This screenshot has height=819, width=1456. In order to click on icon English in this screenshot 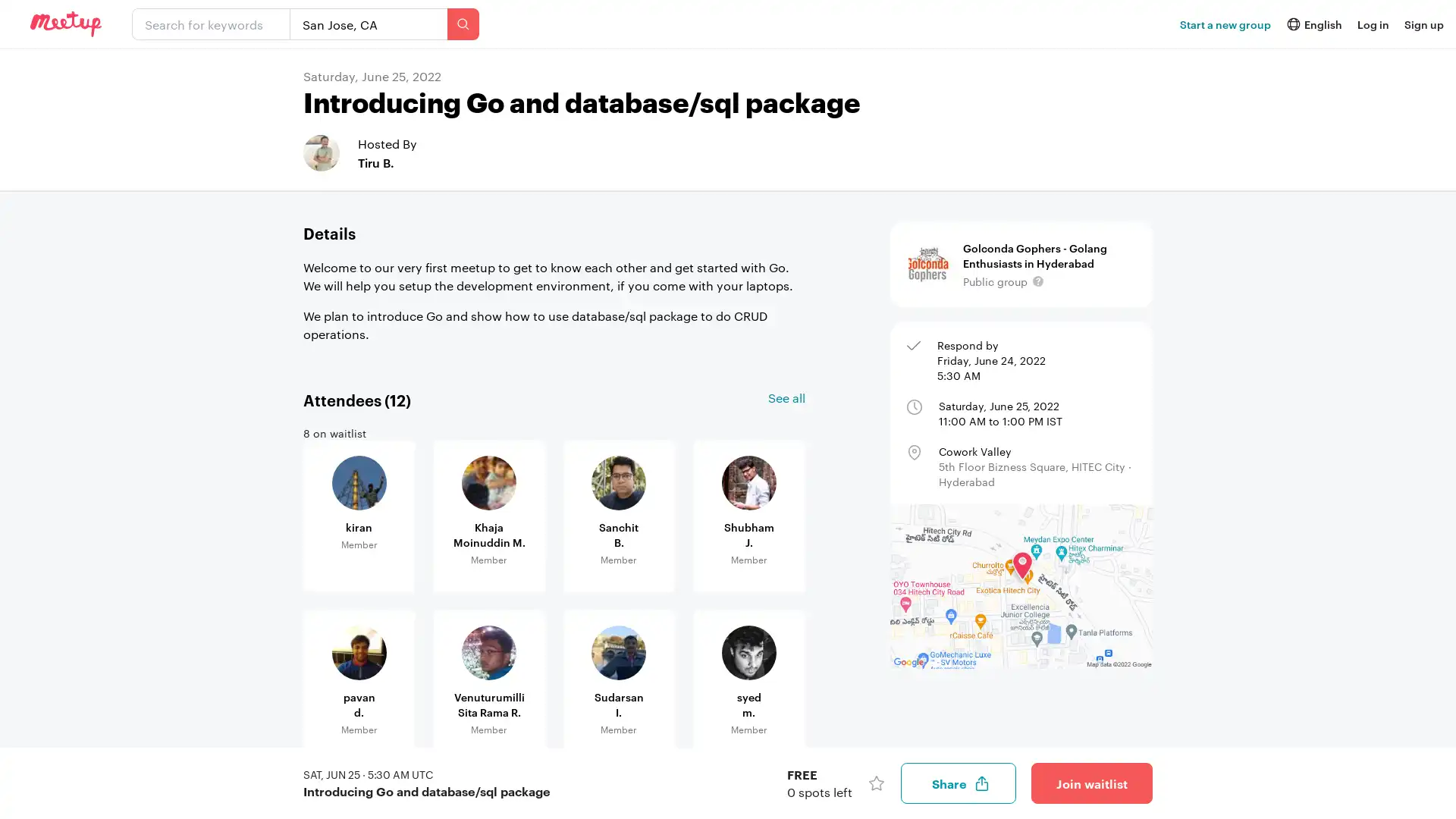, I will do `click(1313, 24)`.